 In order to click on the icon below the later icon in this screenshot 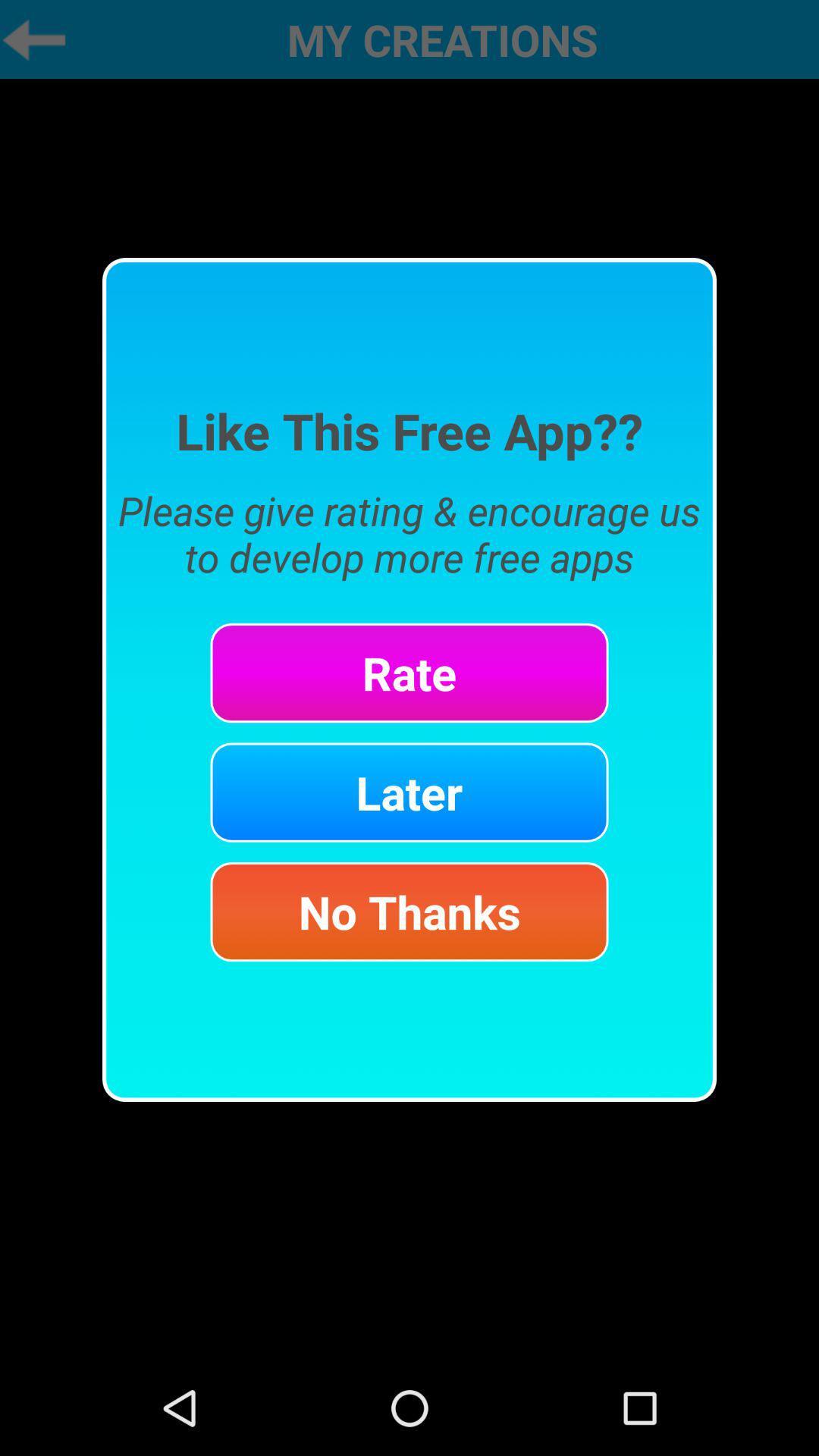, I will do `click(409, 911)`.